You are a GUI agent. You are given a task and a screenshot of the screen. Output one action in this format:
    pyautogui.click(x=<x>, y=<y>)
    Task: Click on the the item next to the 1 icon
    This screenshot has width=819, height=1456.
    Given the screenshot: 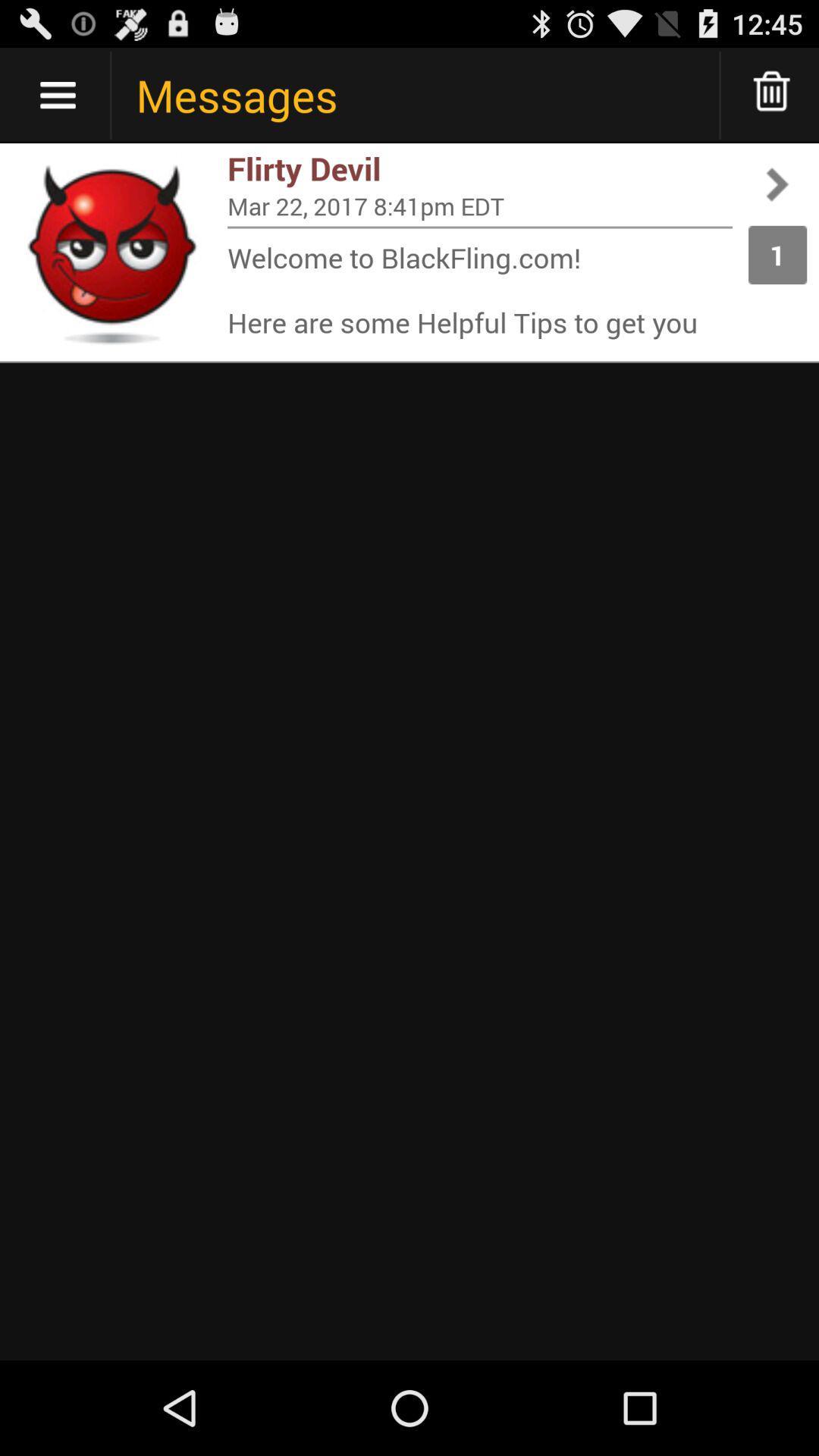 What is the action you would take?
    pyautogui.click(x=479, y=289)
    